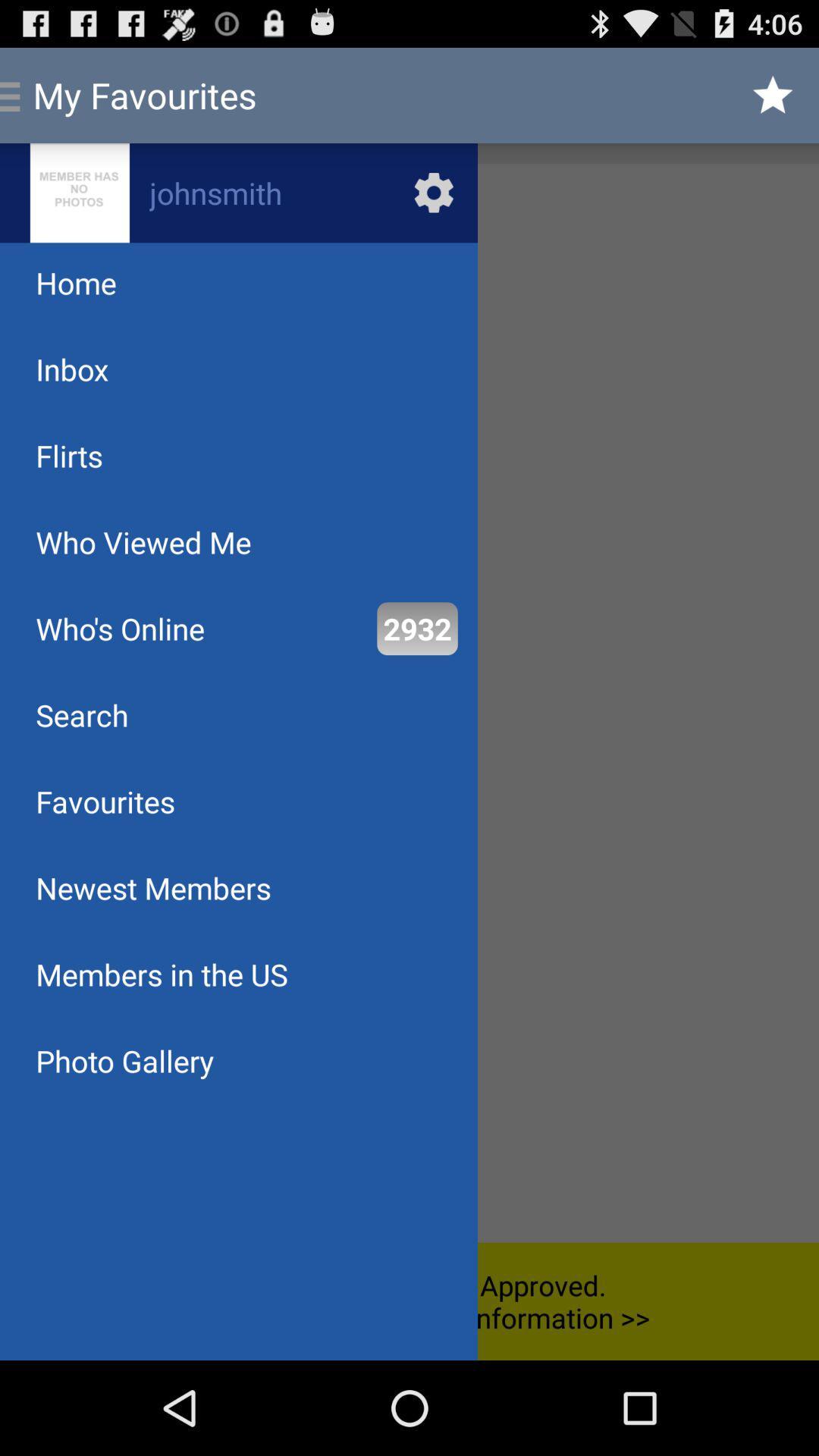  I want to click on icon above the search item, so click(119, 629).